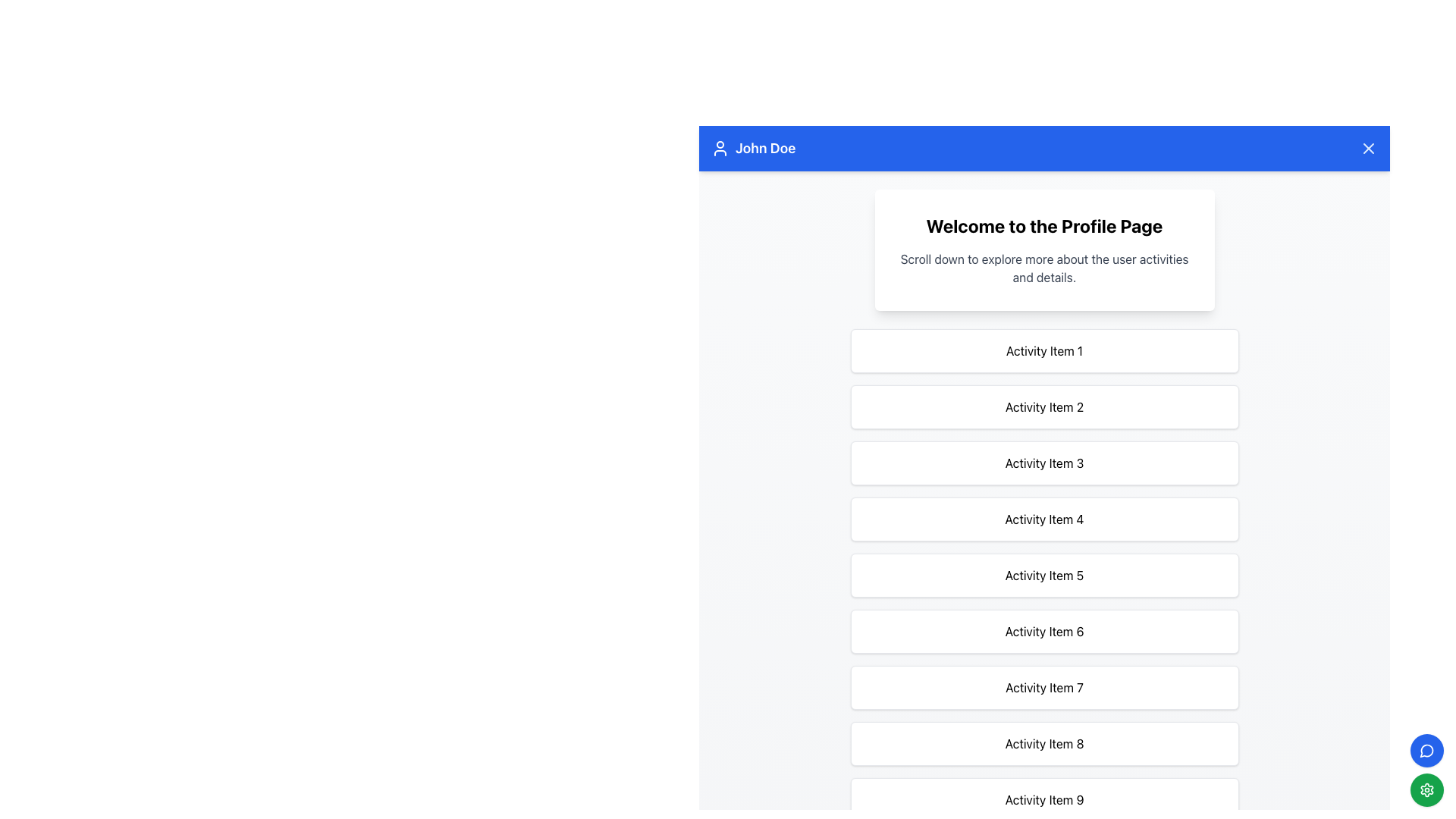 This screenshot has height=819, width=1456. What do you see at coordinates (1426, 751) in the screenshot?
I see `the circular blue button with a white speech bubble icon` at bounding box center [1426, 751].